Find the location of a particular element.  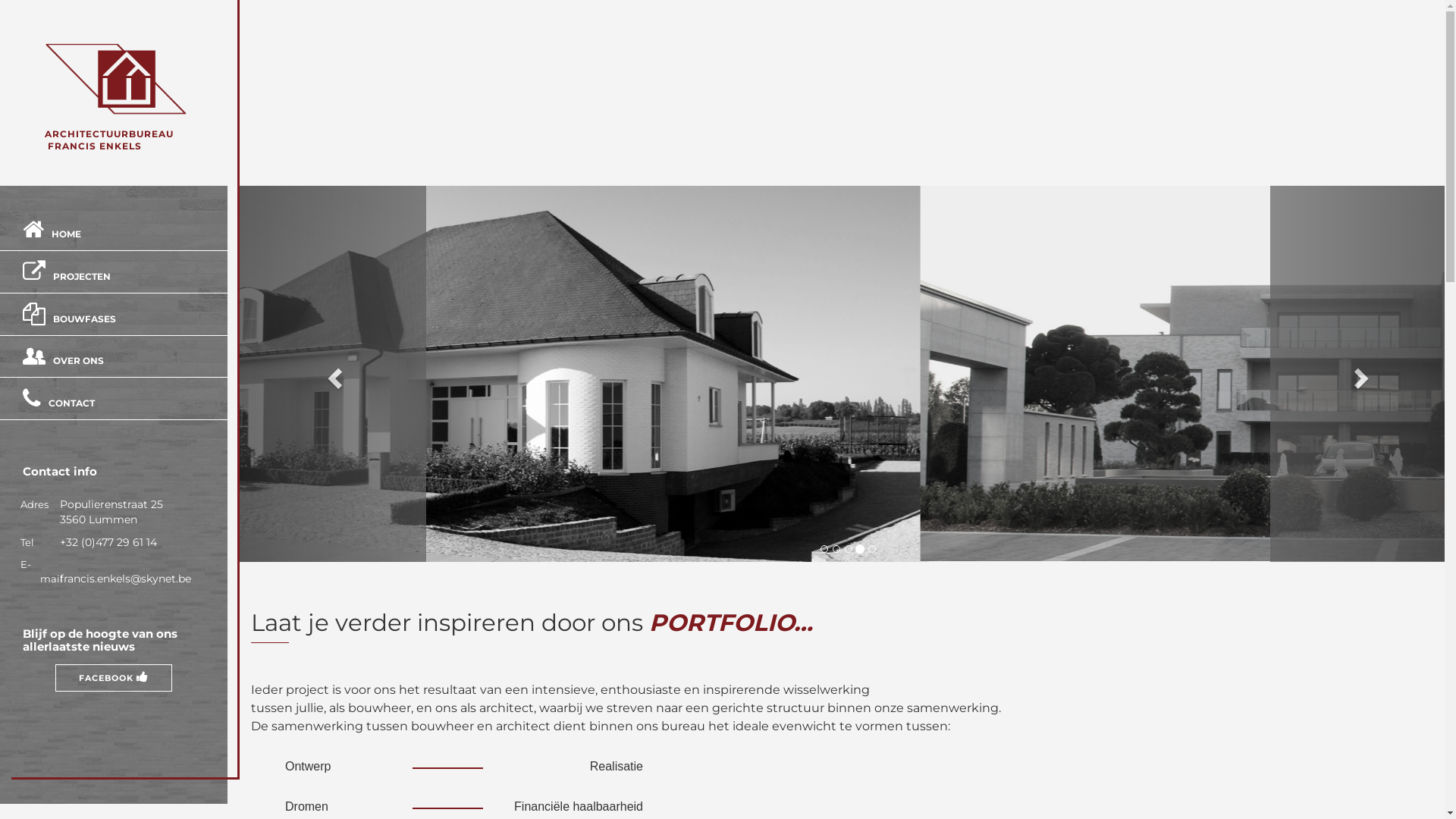

'Populierenstraat 25 is located at coordinates (107, 512).